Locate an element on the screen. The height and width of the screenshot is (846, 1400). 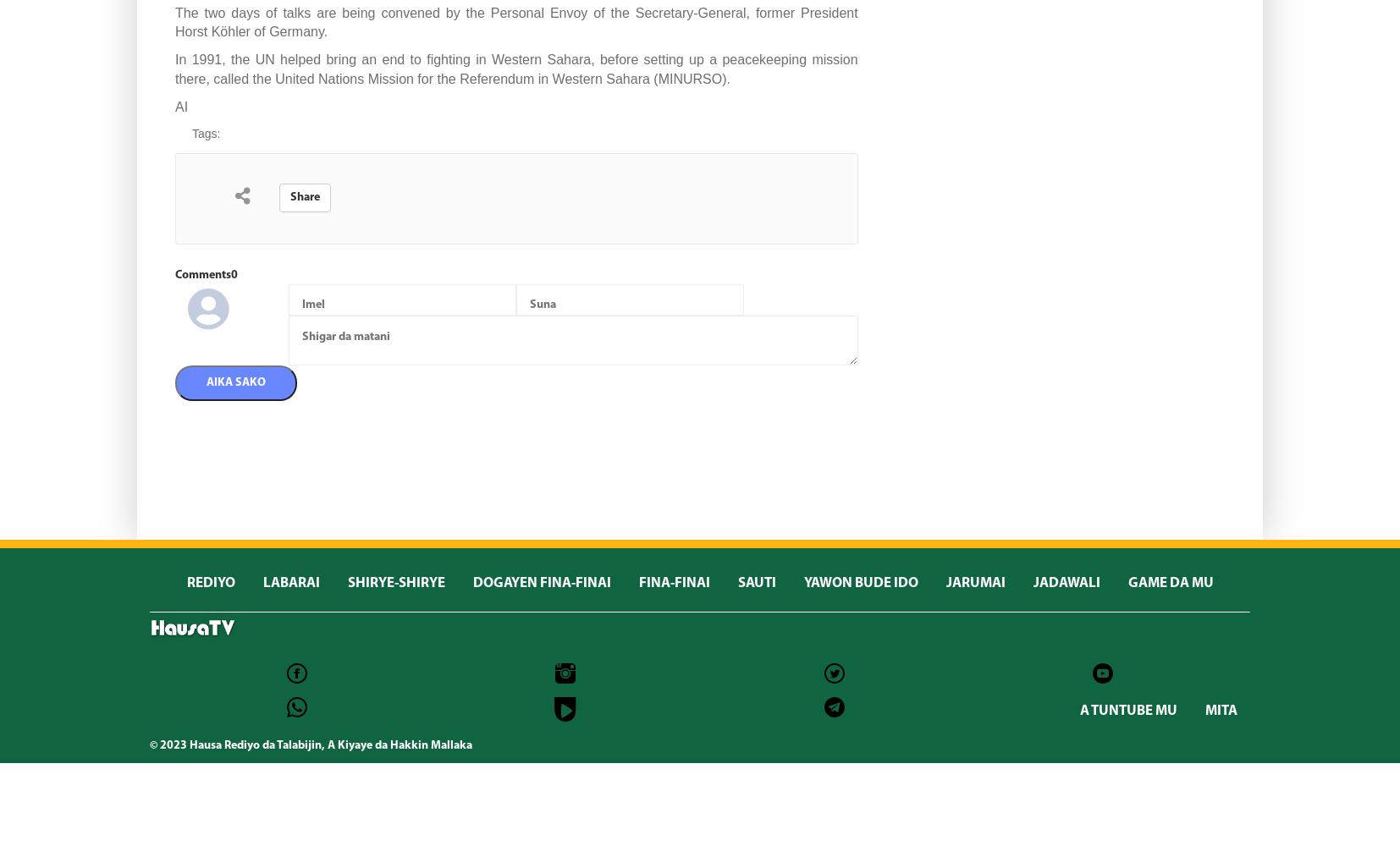
'DOGAYEN FINA-FINAI' is located at coordinates (541, 582).